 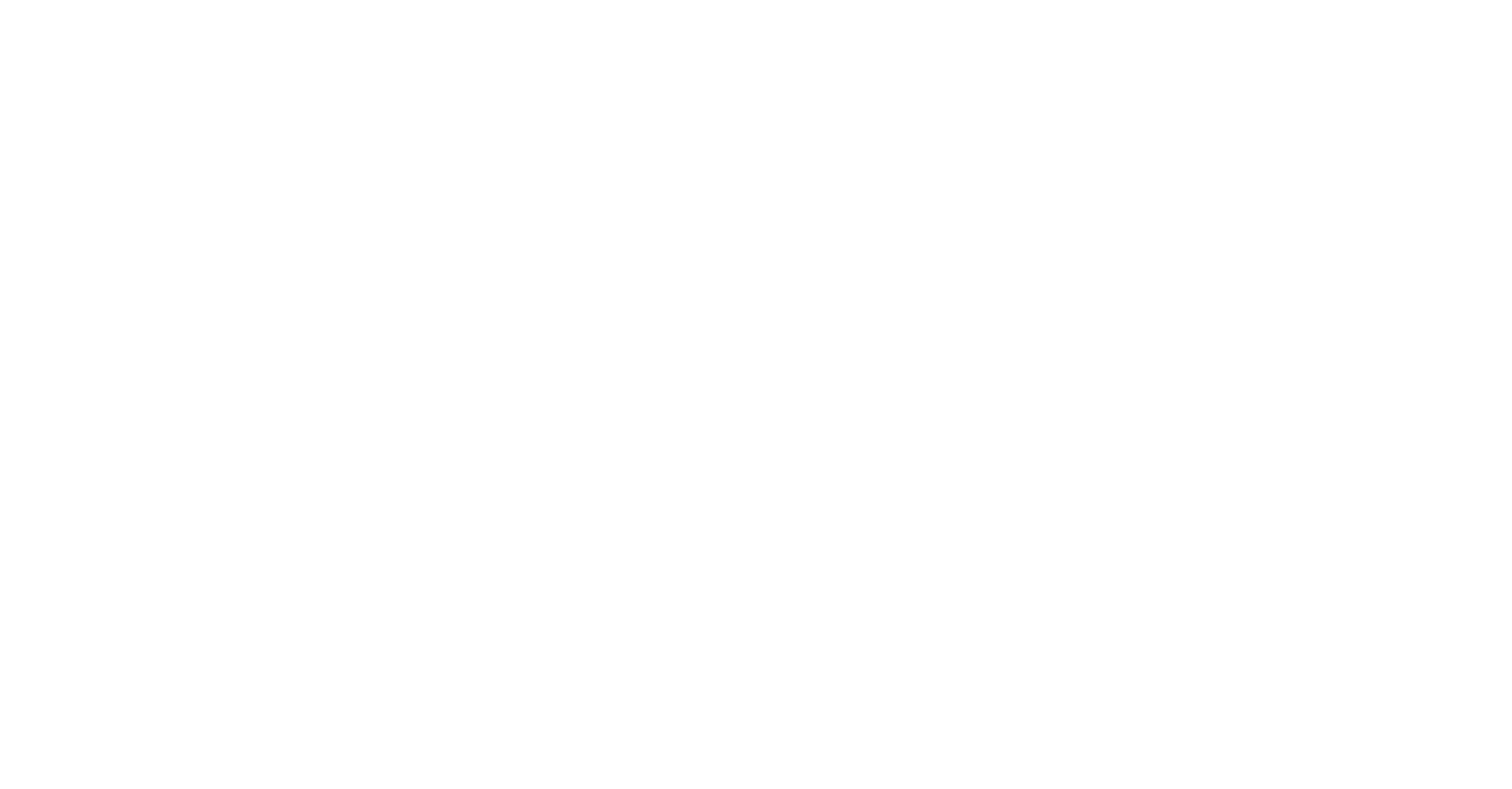 I want to click on 'seine Position in globalen Wertschöpfungsketten durch Spitzenleistungen zu festigen und auszubauen,', so click(x=40, y=596).